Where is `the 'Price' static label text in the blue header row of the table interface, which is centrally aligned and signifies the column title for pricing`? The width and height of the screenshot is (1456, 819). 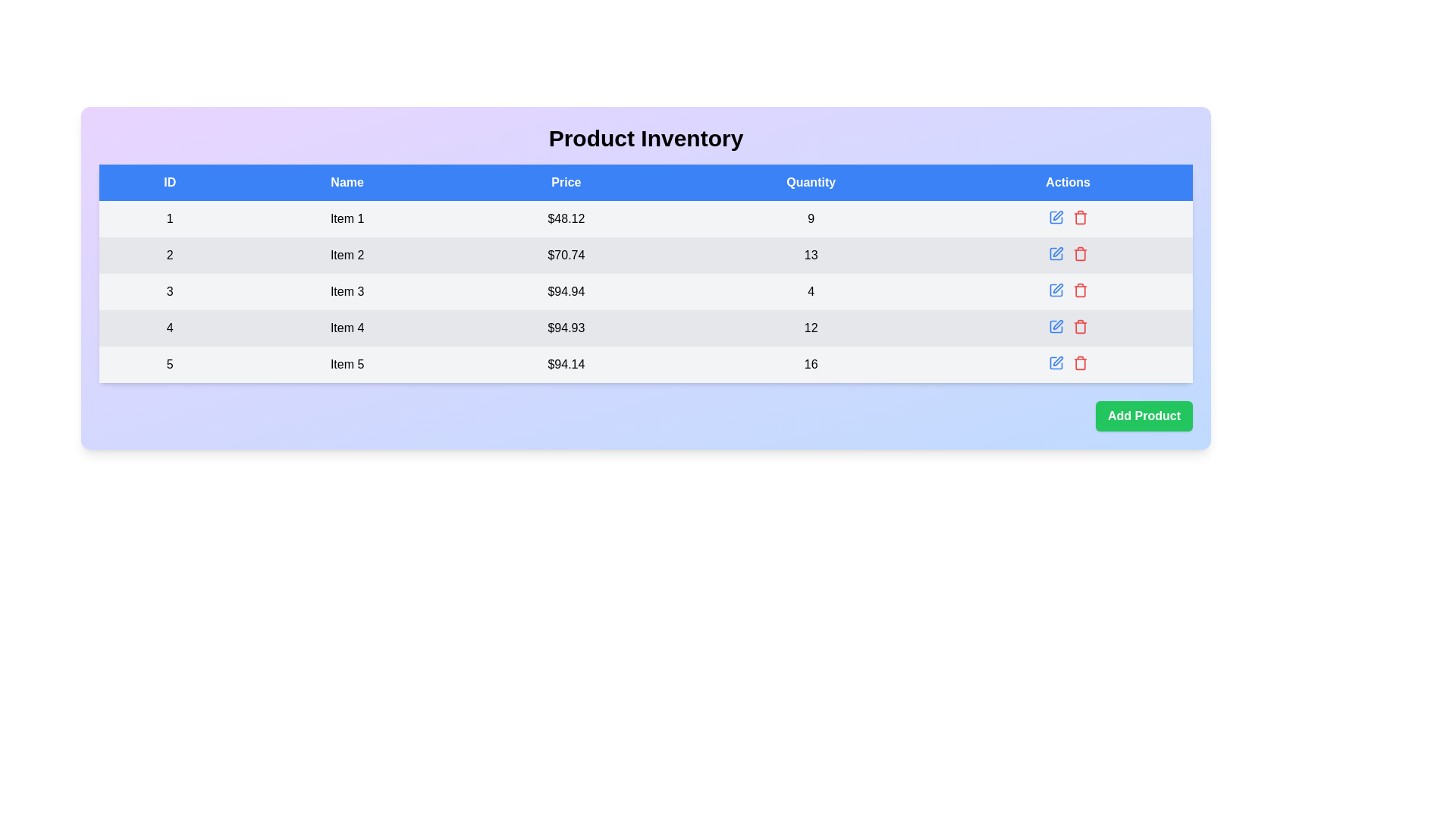 the 'Price' static label text in the blue header row of the table interface, which is centrally aligned and signifies the column title for pricing is located at coordinates (565, 181).